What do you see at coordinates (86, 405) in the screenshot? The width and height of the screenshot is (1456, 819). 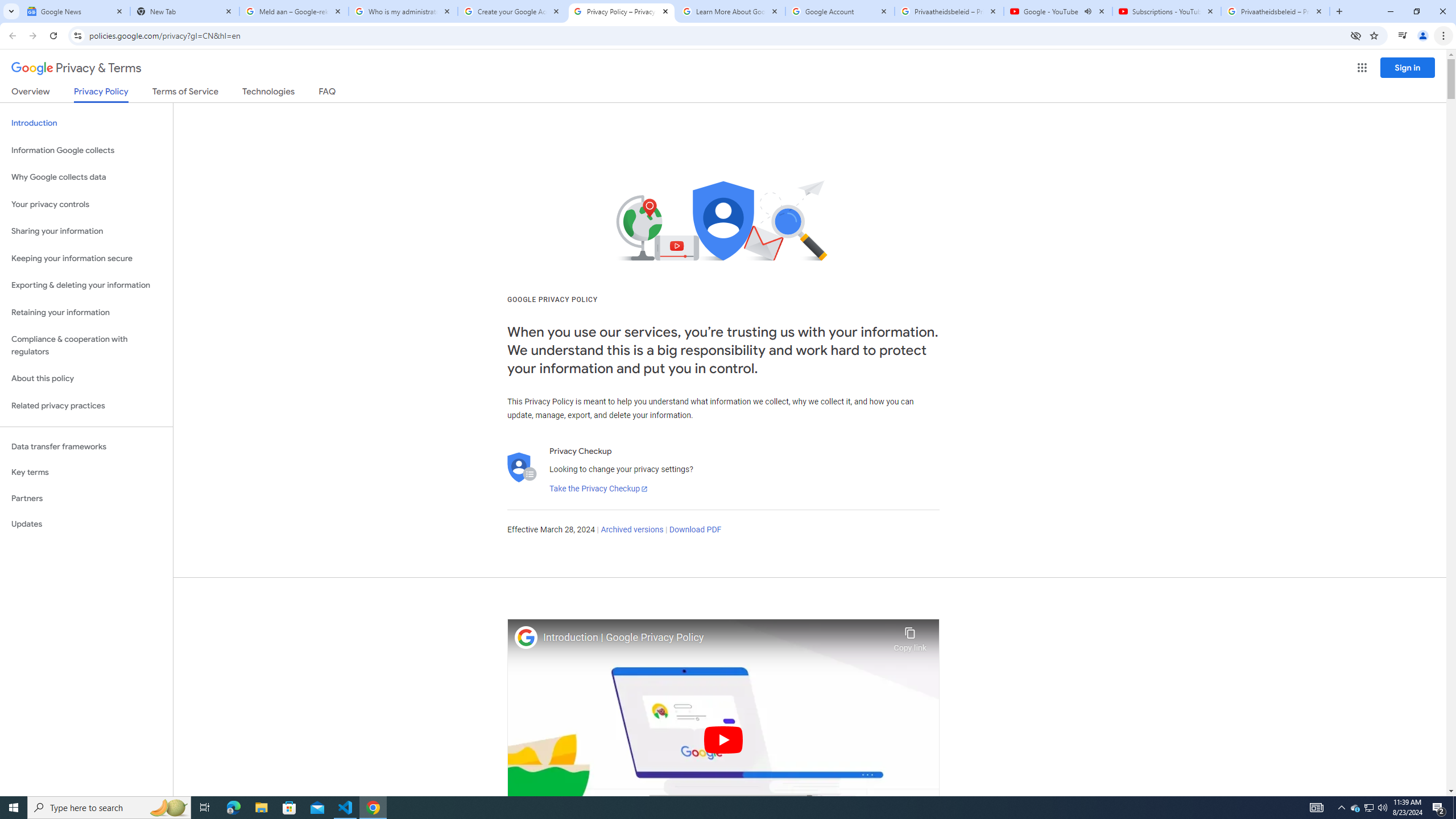 I see `'Related privacy practices'` at bounding box center [86, 405].